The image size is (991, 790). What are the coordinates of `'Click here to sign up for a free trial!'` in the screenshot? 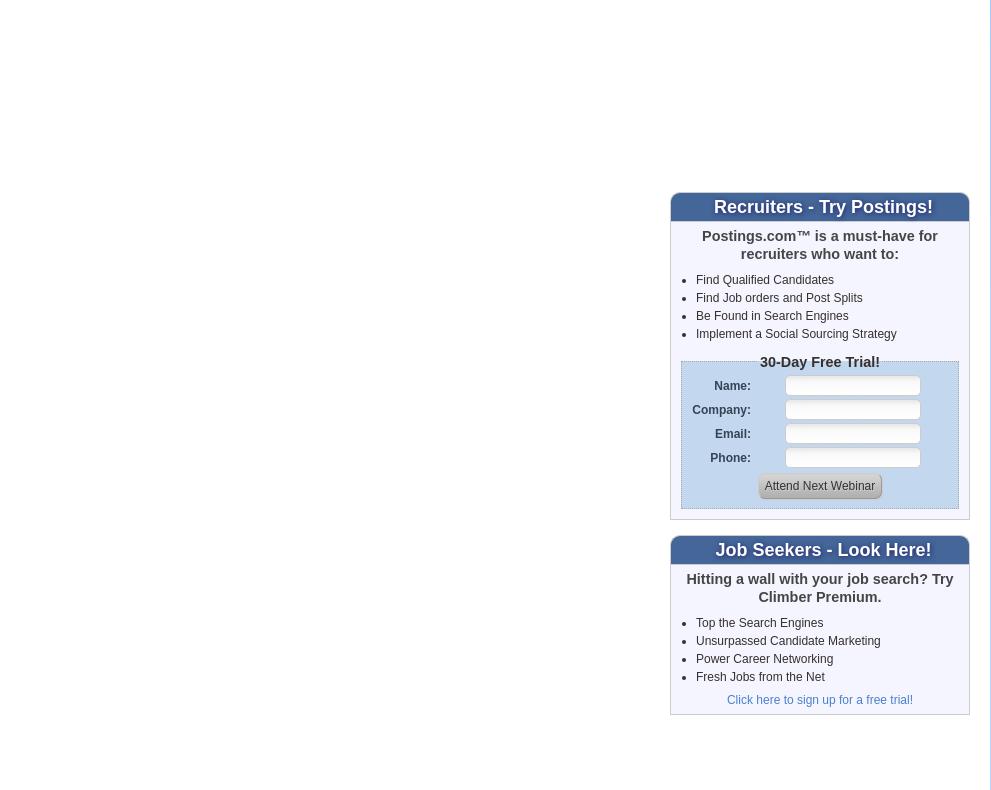 It's located at (818, 699).